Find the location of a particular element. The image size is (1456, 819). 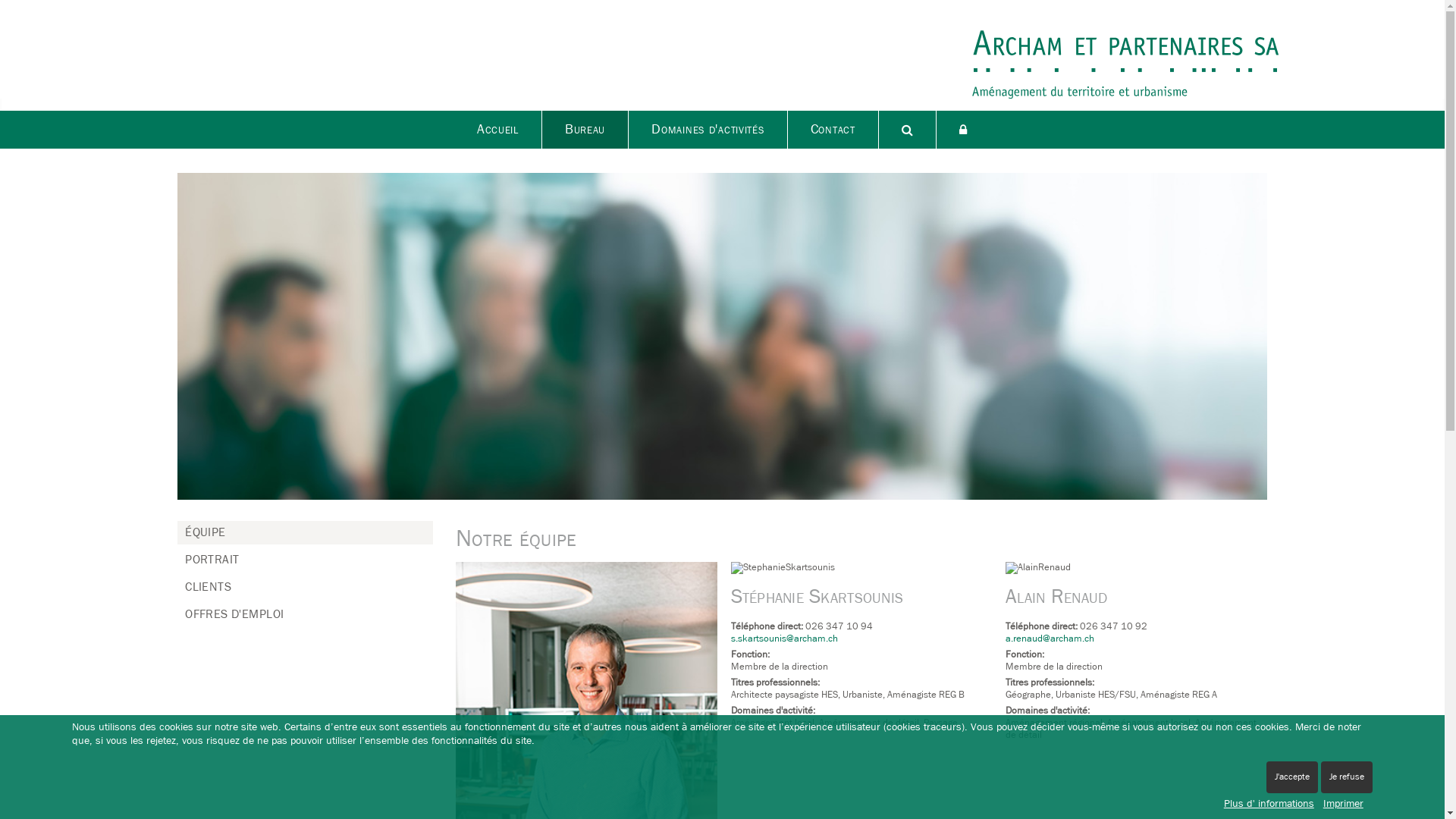

'Contact' is located at coordinates (833, 128).